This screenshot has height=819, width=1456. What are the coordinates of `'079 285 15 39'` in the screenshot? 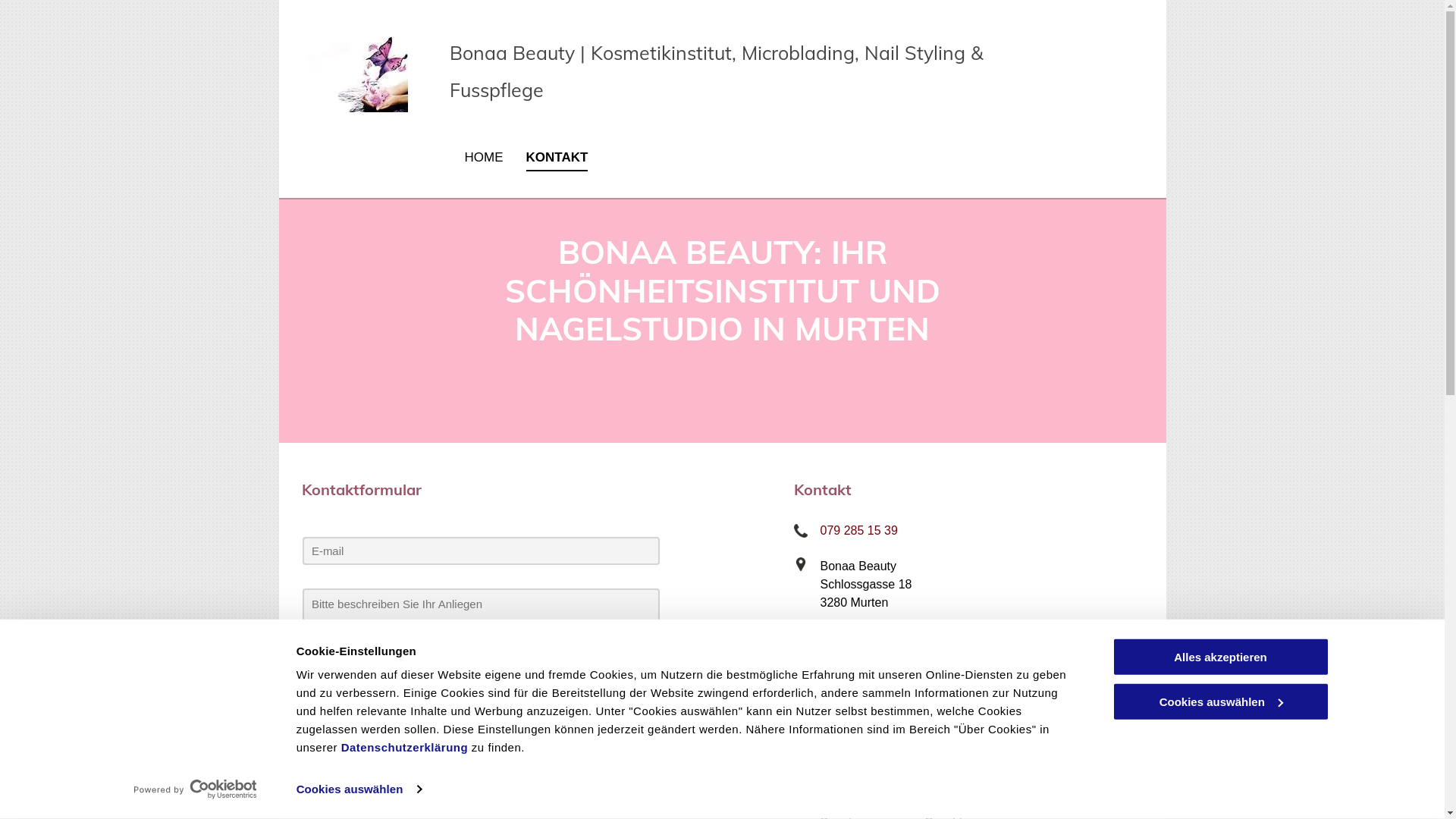 It's located at (858, 529).